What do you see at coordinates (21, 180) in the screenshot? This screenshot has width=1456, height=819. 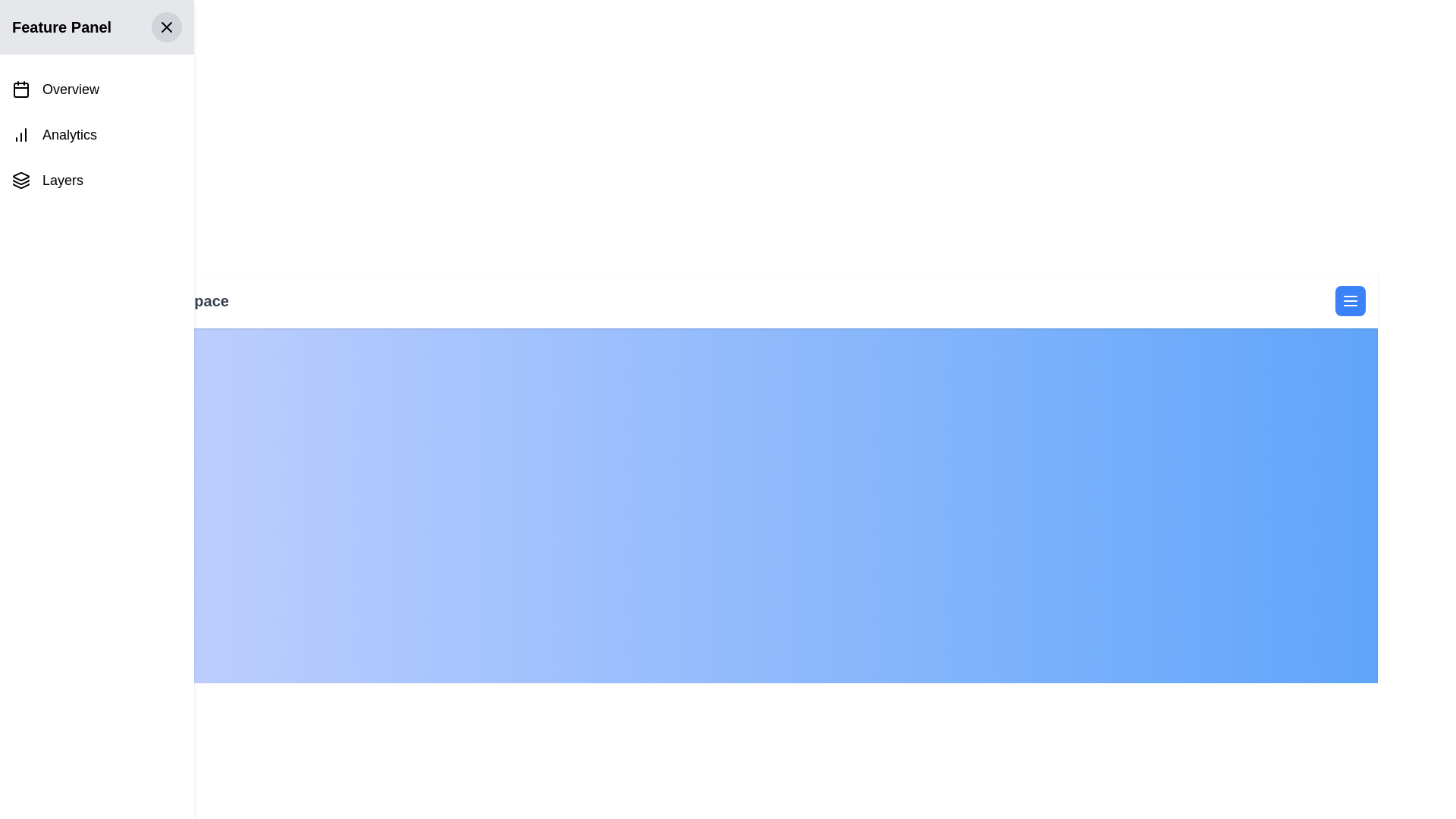 I see `the icon representing a stack of layers, which is located to the left of the text 'Layers' in the navigation menu` at bounding box center [21, 180].